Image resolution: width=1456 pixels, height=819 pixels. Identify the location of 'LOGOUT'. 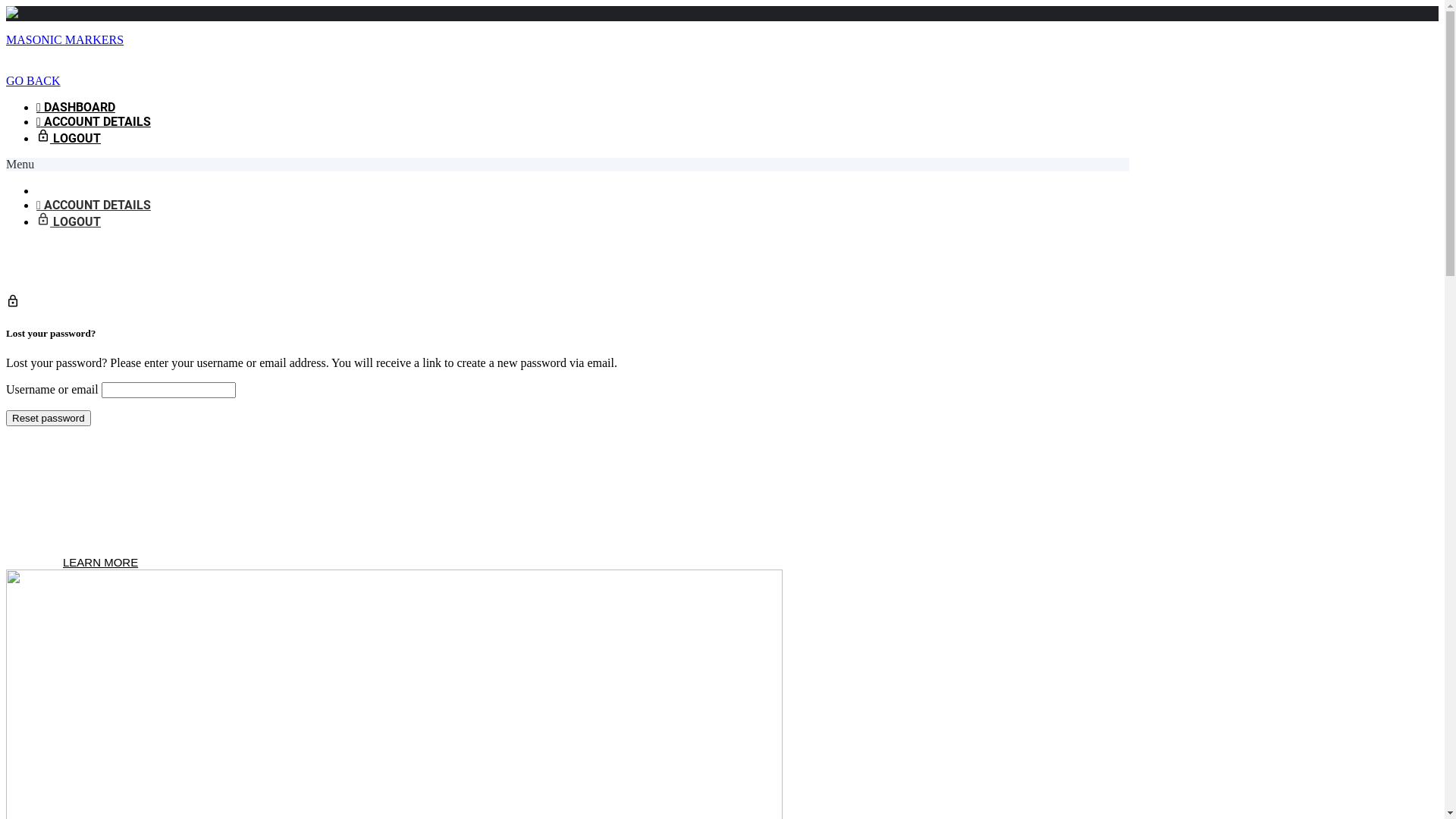
(67, 221).